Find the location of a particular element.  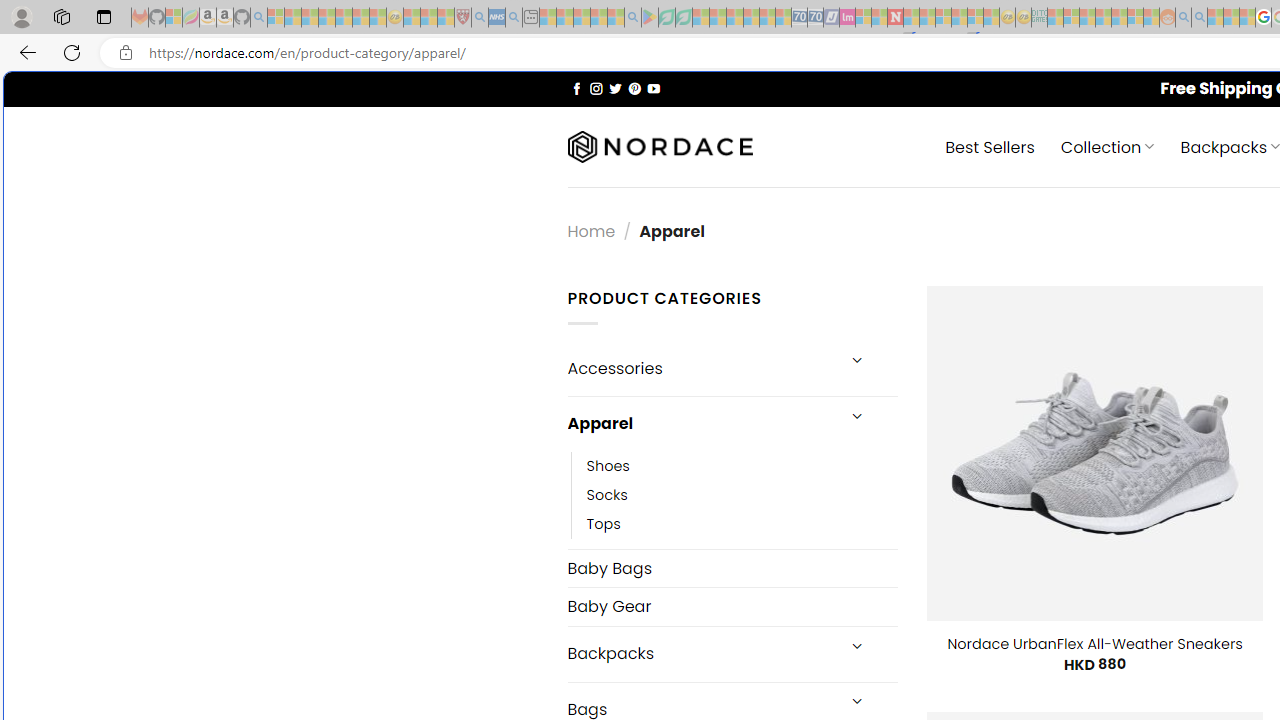

'New Report Confirms 2023 Was Record Hot | Watch - Sleeping' is located at coordinates (343, 17).